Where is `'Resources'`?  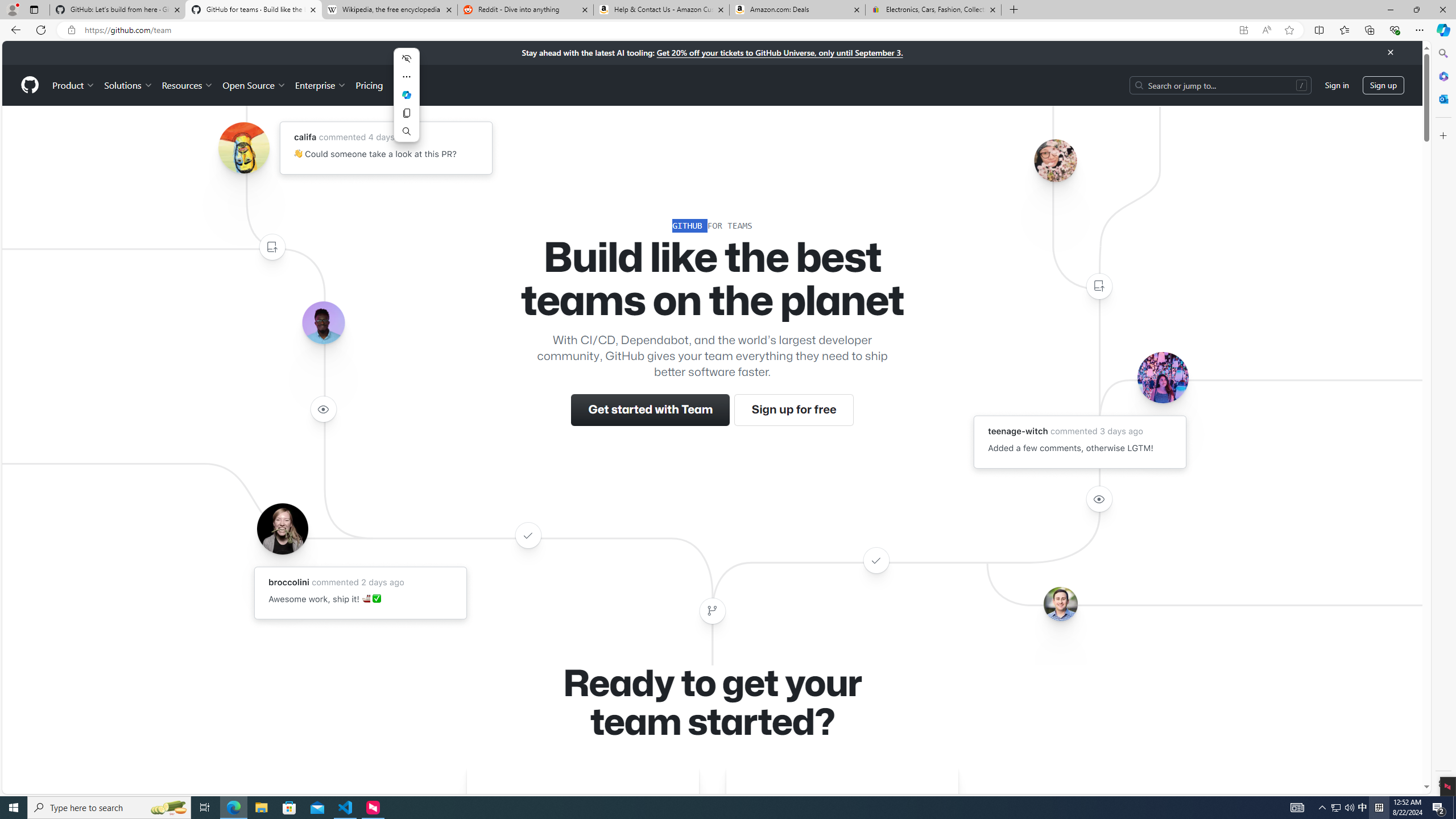
'Resources' is located at coordinates (188, 85).